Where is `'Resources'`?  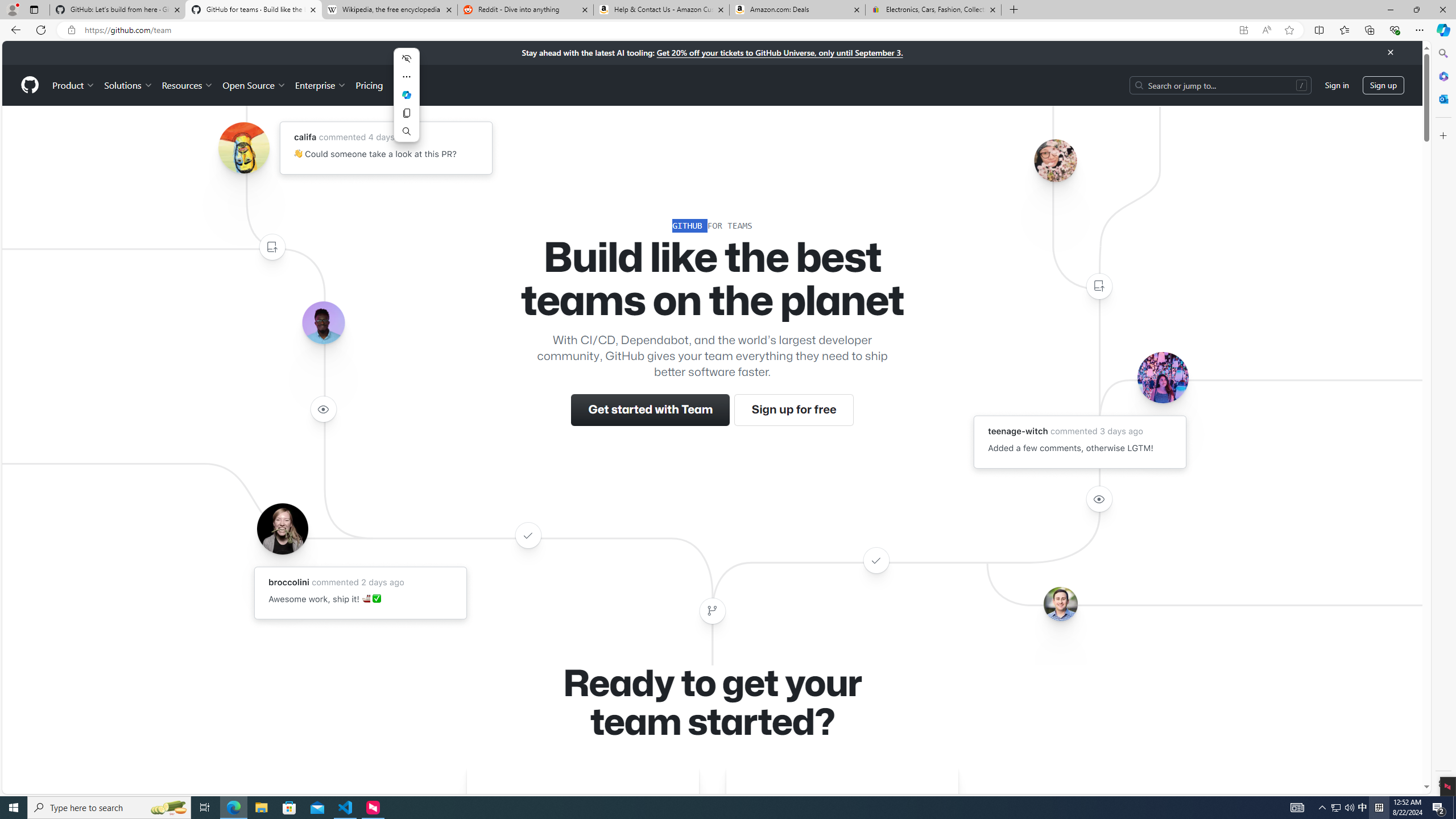
'Resources' is located at coordinates (188, 85).